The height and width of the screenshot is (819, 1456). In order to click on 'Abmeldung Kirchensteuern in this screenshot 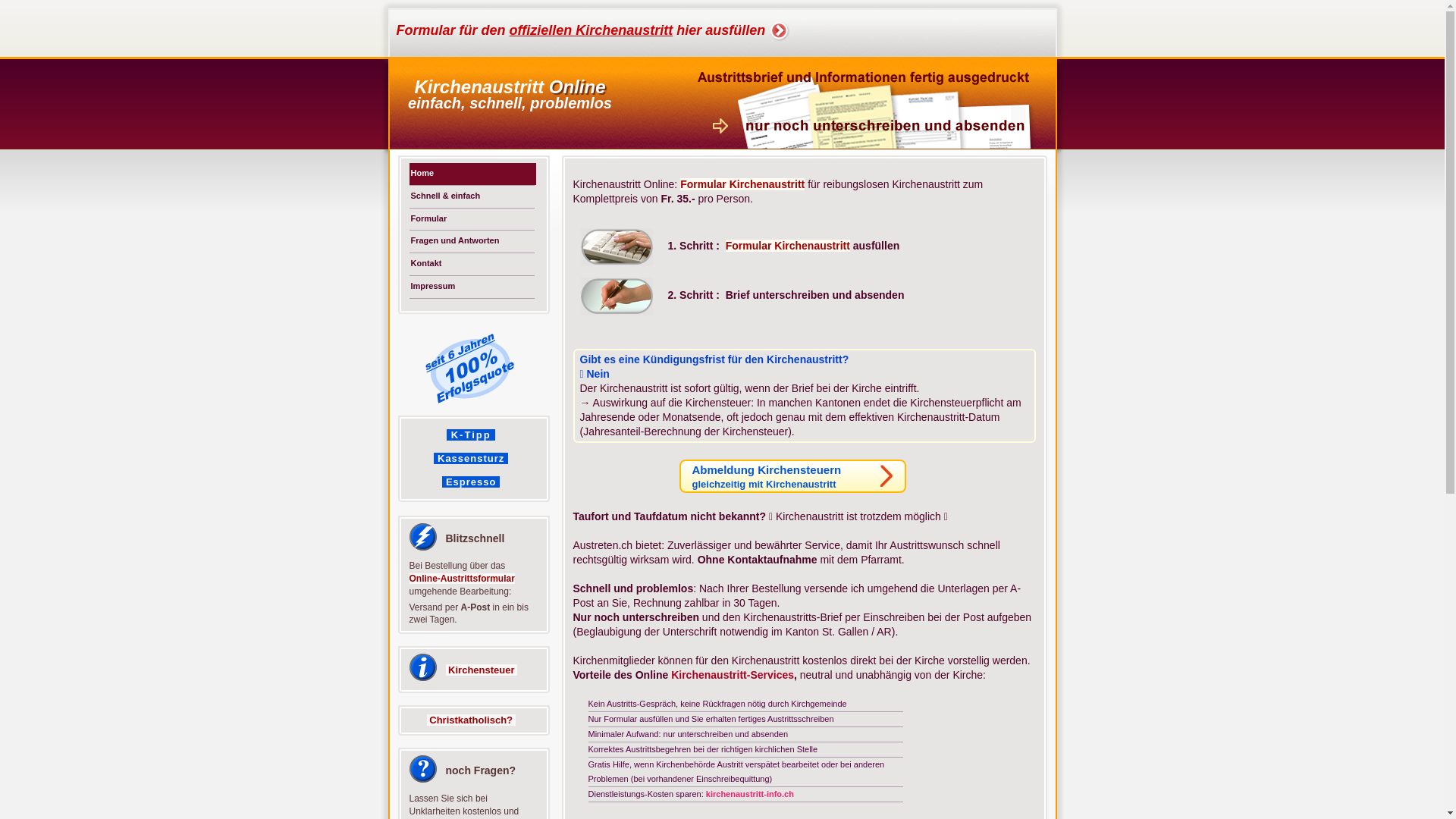, I will do `click(792, 475)`.